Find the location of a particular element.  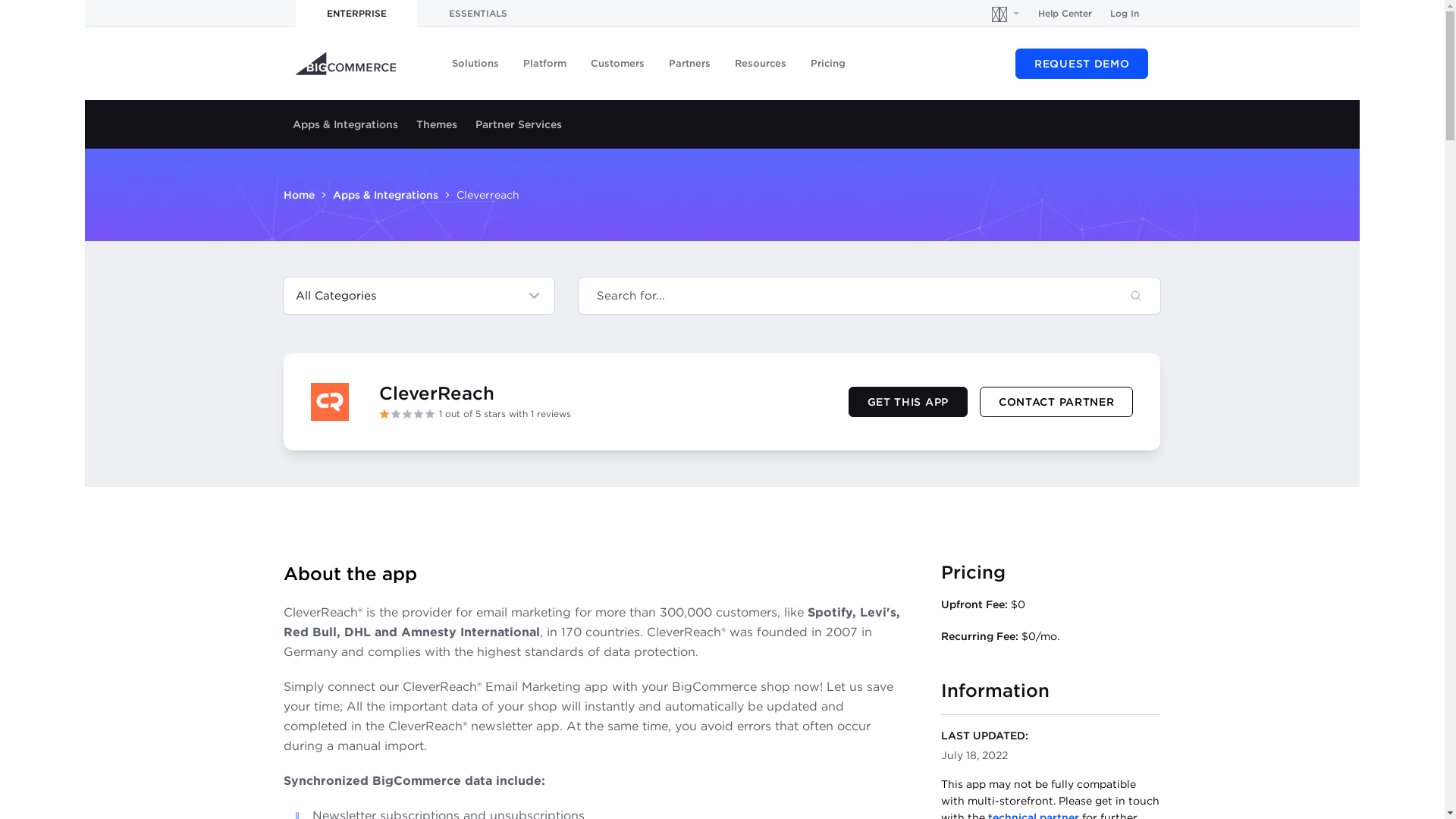

'GET THIS APP' is located at coordinates (908, 400).